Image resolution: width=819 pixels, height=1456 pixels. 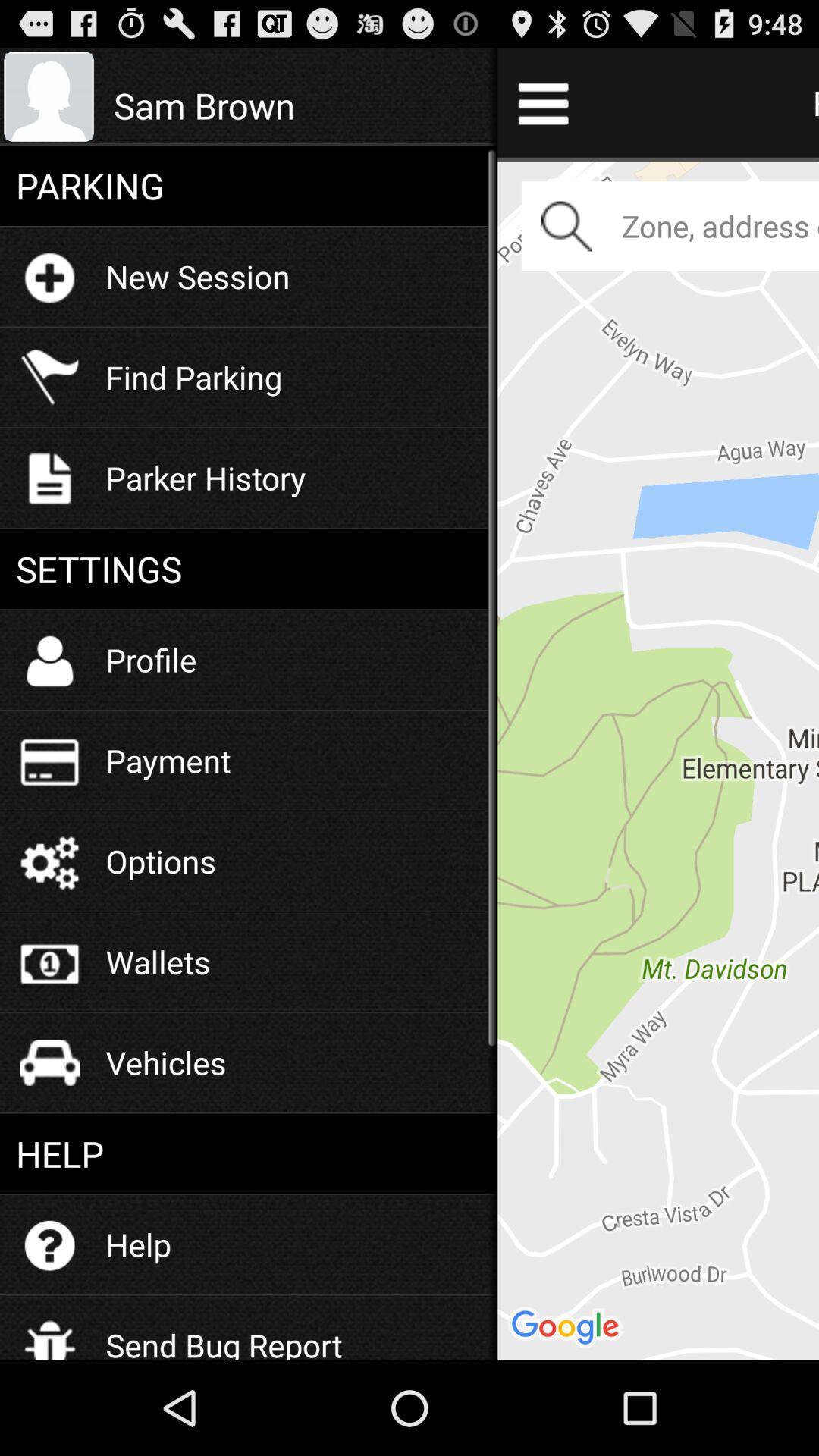 What do you see at coordinates (166, 1062) in the screenshot?
I see `the vehicles` at bounding box center [166, 1062].